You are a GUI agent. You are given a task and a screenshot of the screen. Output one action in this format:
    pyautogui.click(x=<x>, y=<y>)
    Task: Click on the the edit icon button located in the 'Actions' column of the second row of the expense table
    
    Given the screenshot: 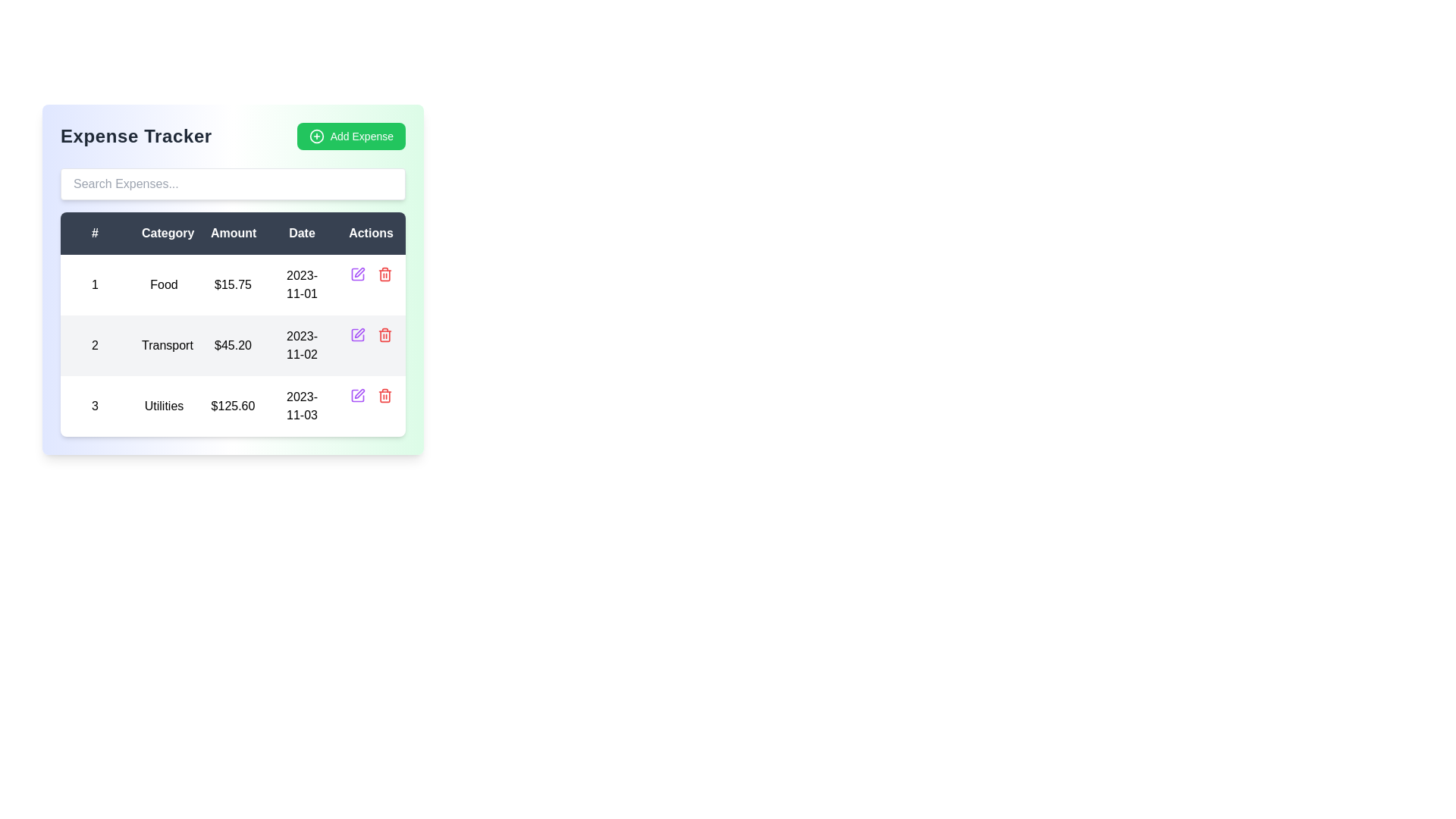 What is the action you would take?
    pyautogui.click(x=359, y=271)
    